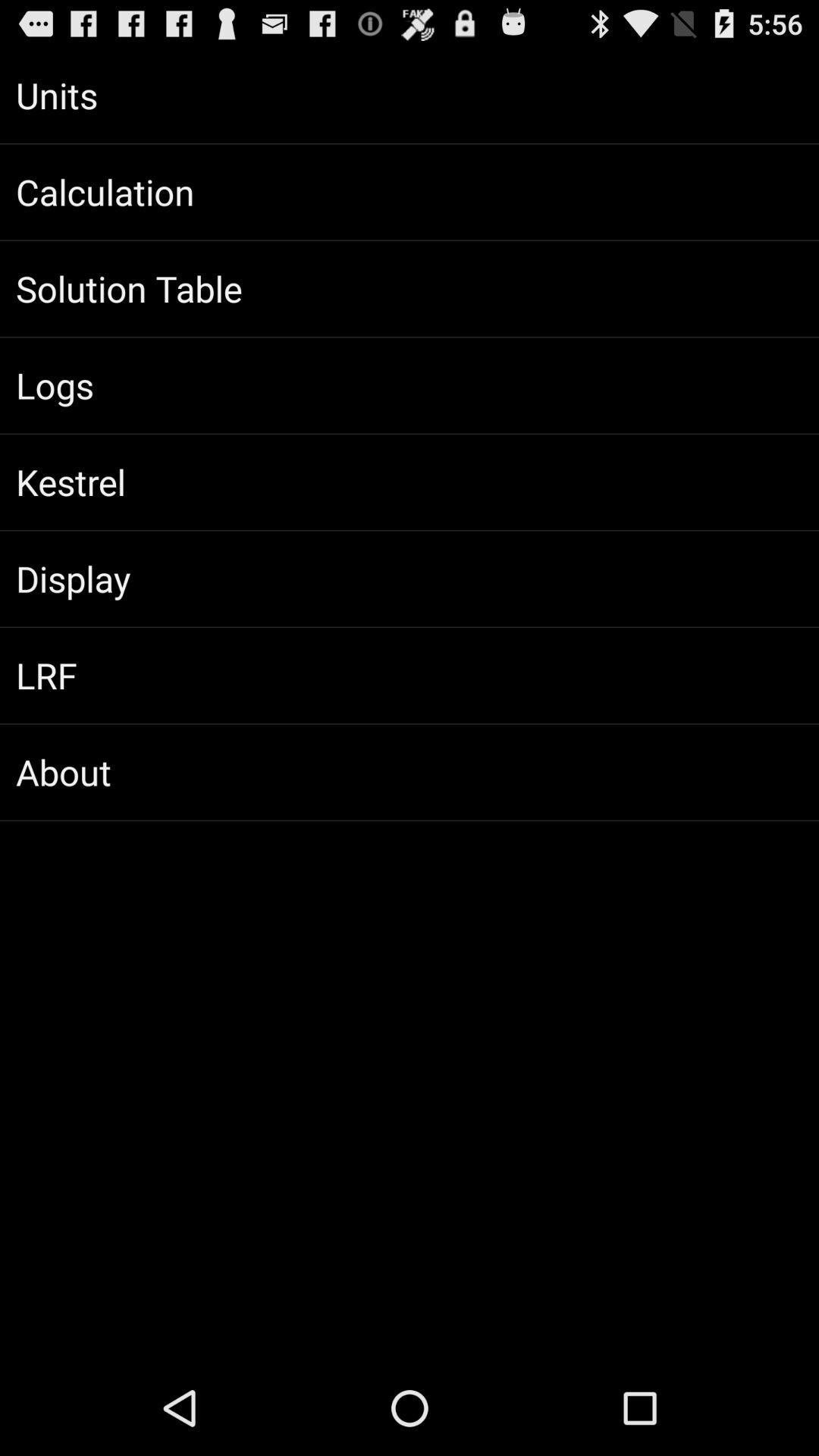 This screenshot has width=819, height=1456. What do you see at coordinates (409, 578) in the screenshot?
I see `the display item` at bounding box center [409, 578].